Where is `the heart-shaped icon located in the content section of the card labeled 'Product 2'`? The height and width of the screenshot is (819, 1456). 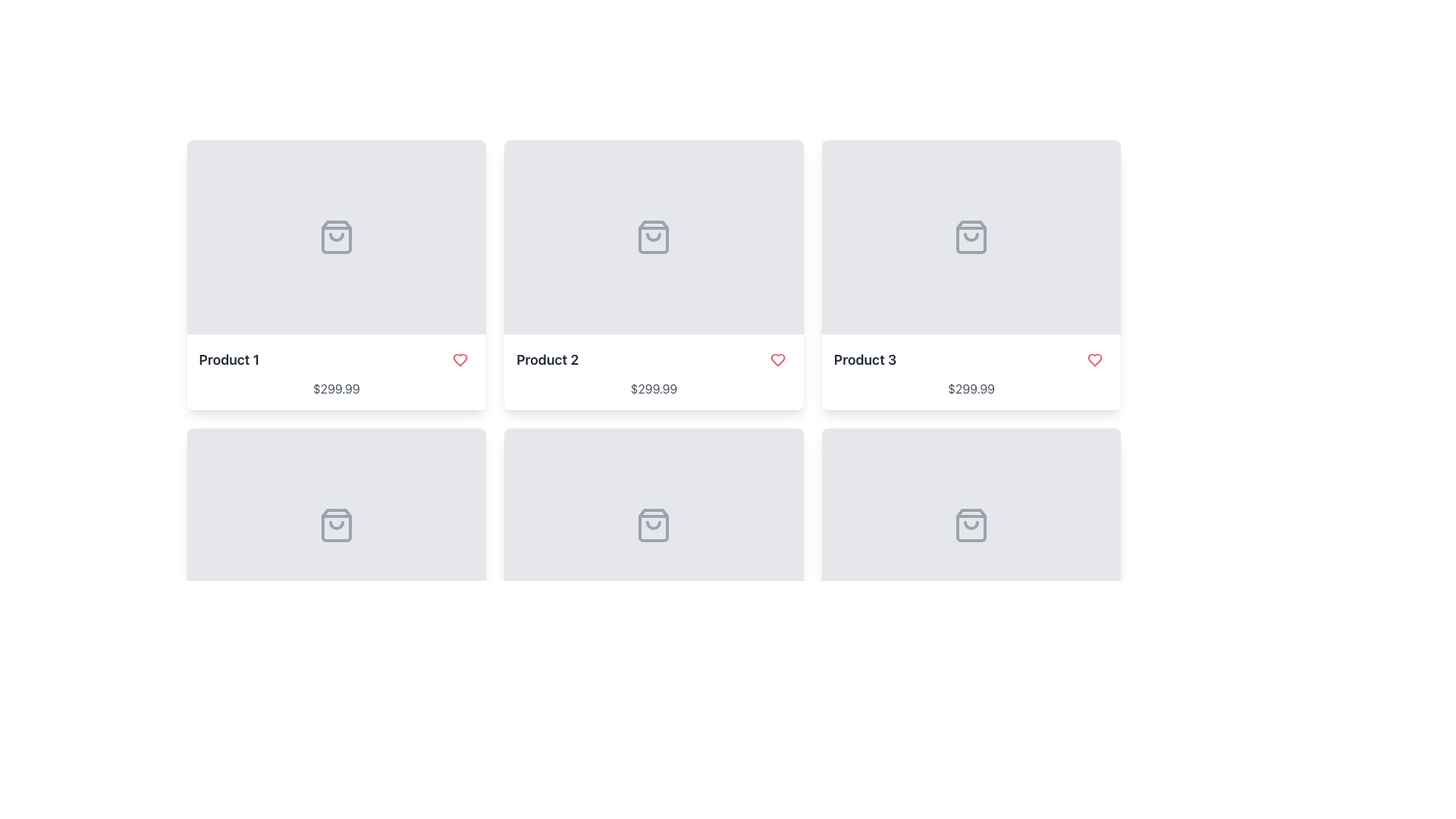 the heart-shaped icon located in the content section of the card labeled 'Product 2' is located at coordinates (460, 359).